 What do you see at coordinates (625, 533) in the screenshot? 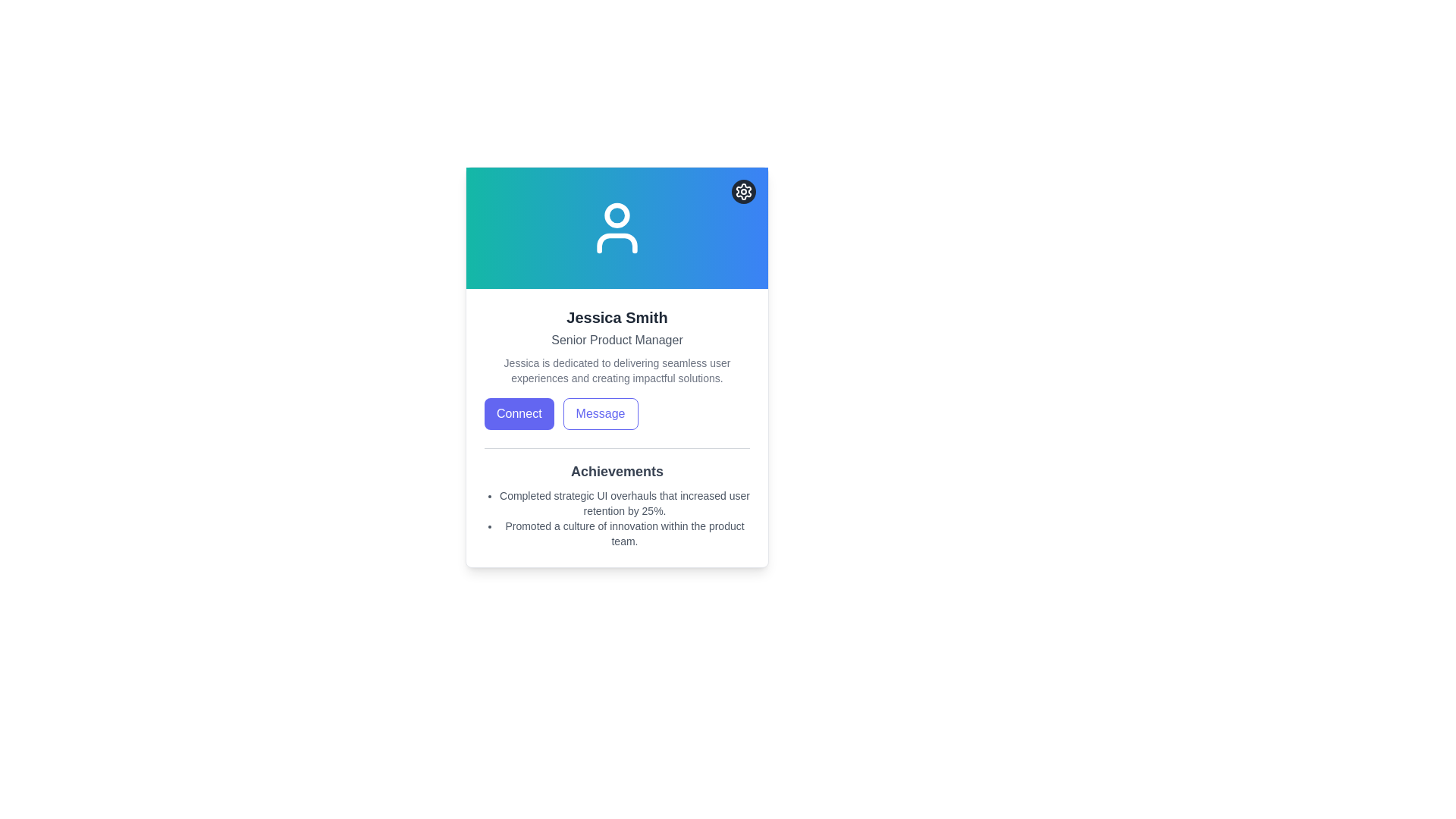
I see `the text item displaying 'Promoted a culture of innovation within the product team.' in the Achievements section, which is the second item in a bullet-point list` at bounding box center [625, 533].